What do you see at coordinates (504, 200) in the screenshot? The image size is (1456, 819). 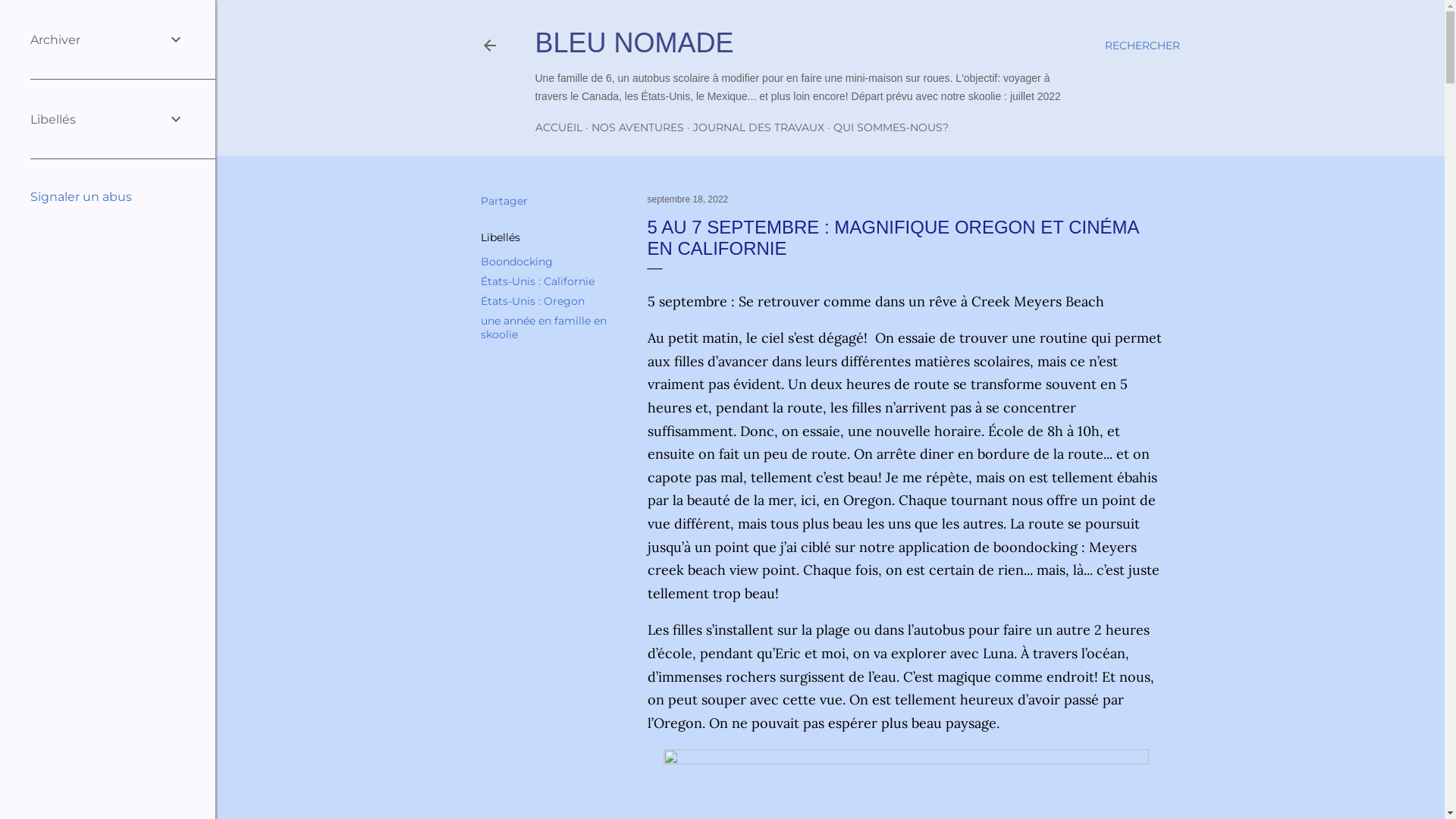 I see `'Partager'` at bounding box center [504, 200].